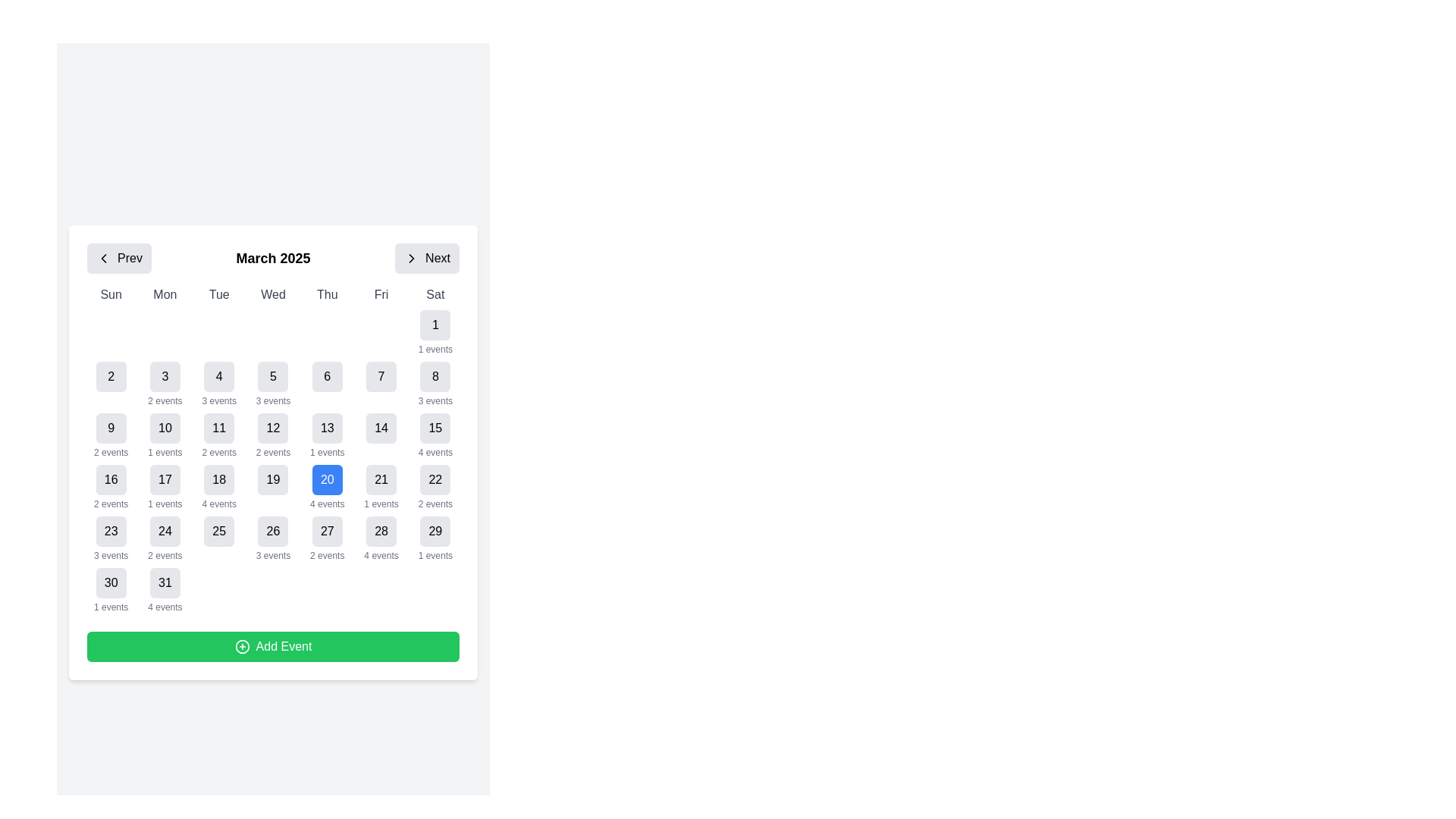 This screenshot has height=819, width=1456. Describe the element at coordinates (435, 452) in the screenshot. I see `the label indicating the number of events scheduled for the date '15' in the calendar layout, located at the bottom of the corresponding grid cell` at that location.